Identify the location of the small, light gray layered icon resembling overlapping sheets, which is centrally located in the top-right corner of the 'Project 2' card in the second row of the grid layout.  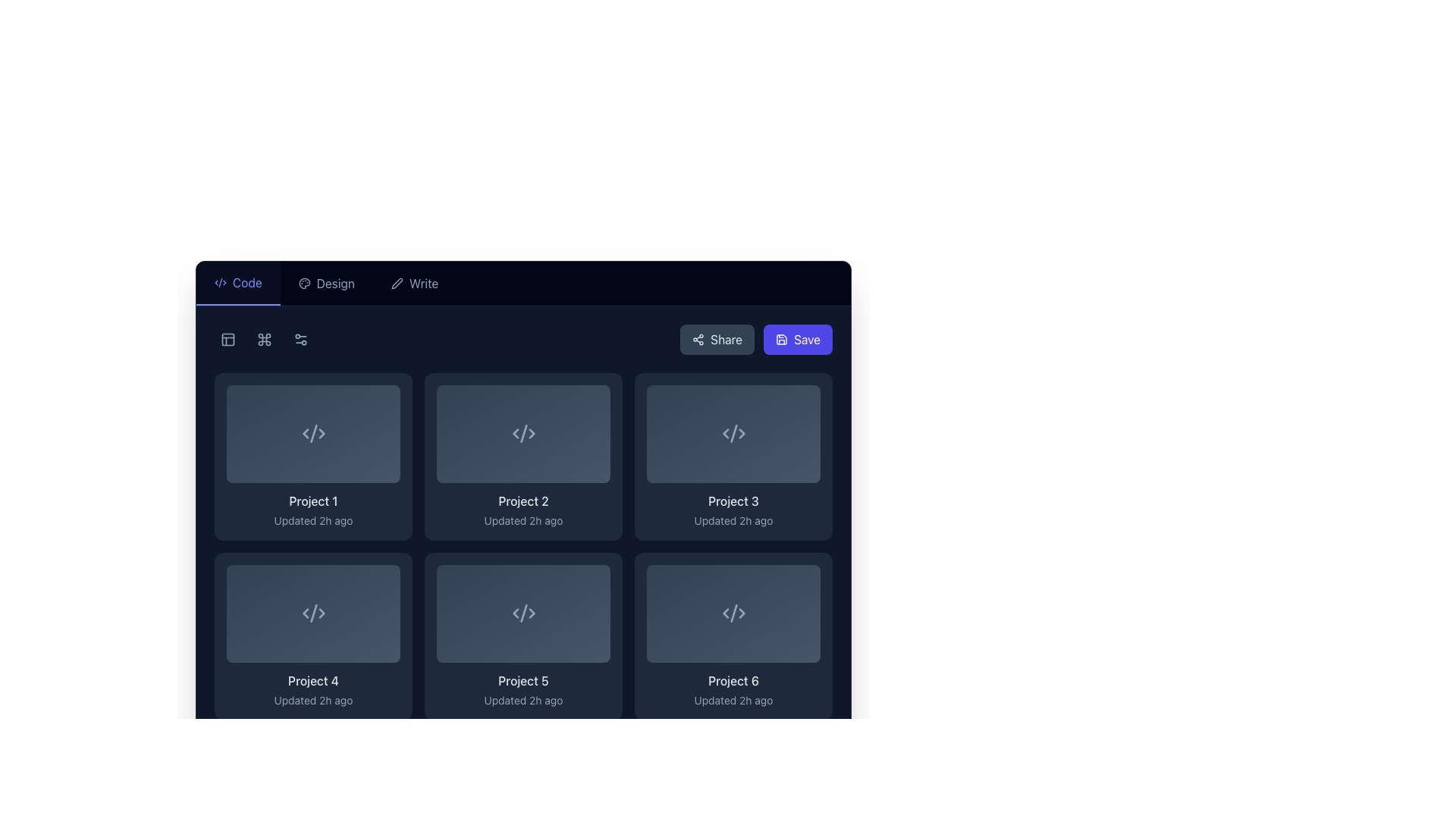
(607, 388).